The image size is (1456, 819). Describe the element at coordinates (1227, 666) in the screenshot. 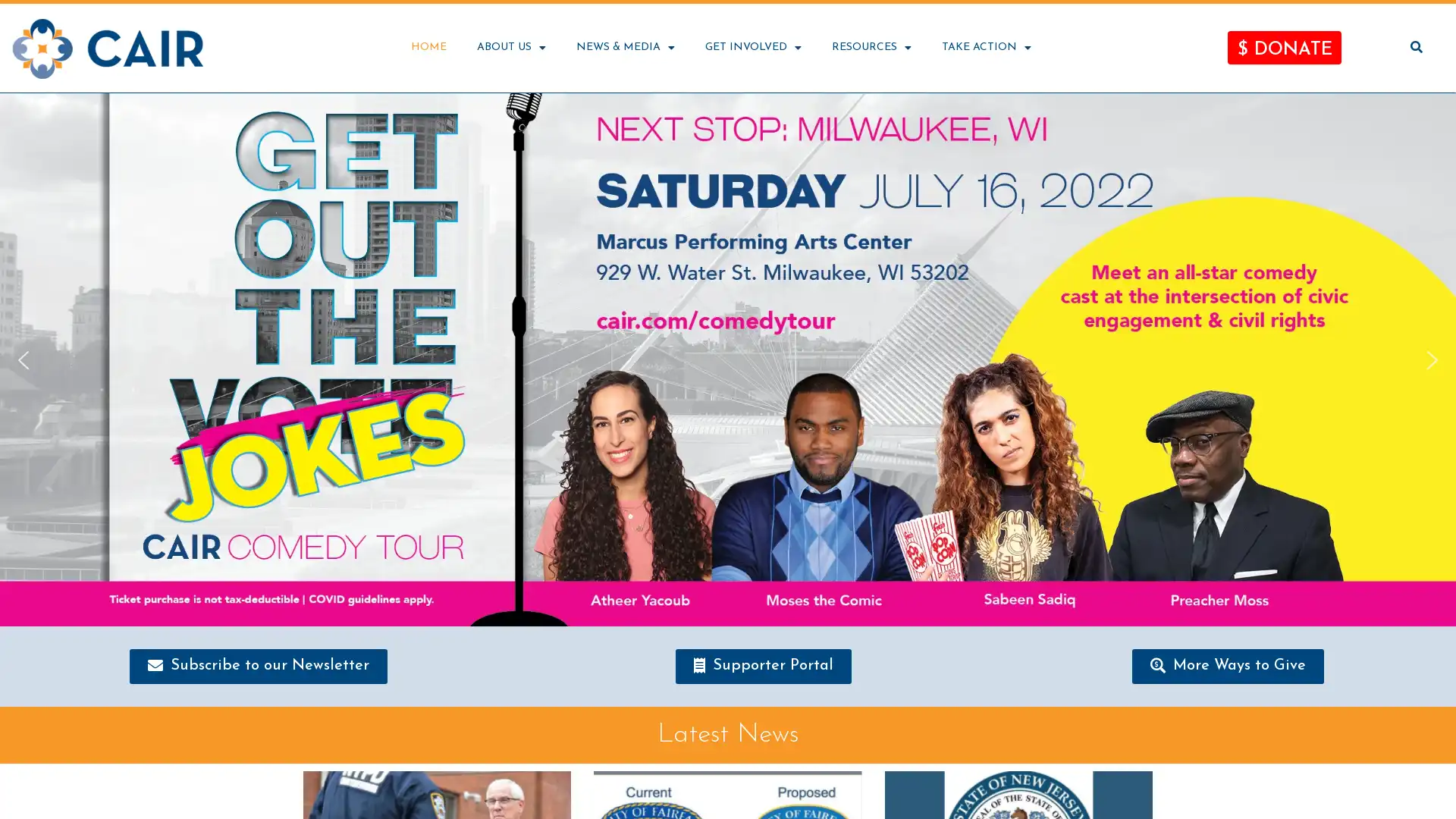

I see `More Ways to Give` at that location.